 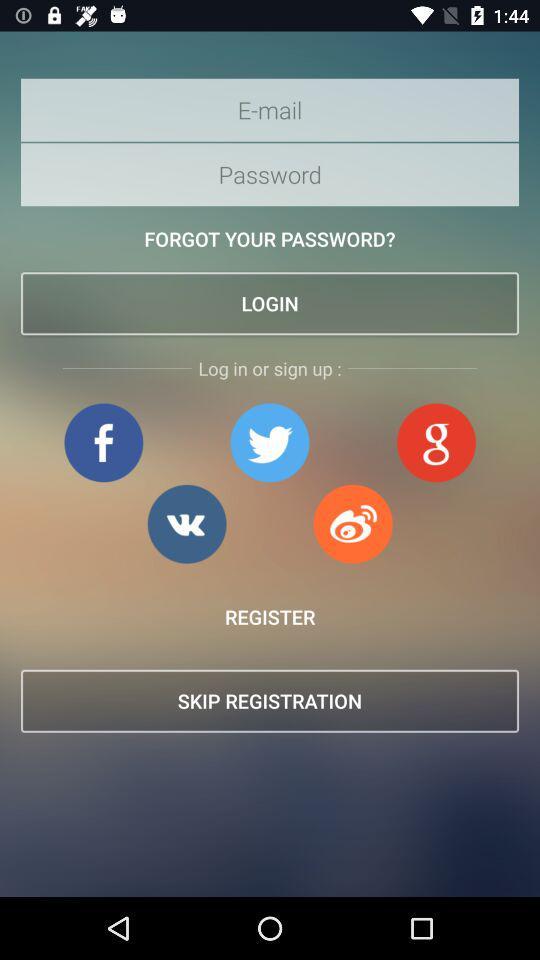 What do you see at coordinates (269, 442) in the screenshot?
I see `login using twitter` at bounding box center [269, 442].